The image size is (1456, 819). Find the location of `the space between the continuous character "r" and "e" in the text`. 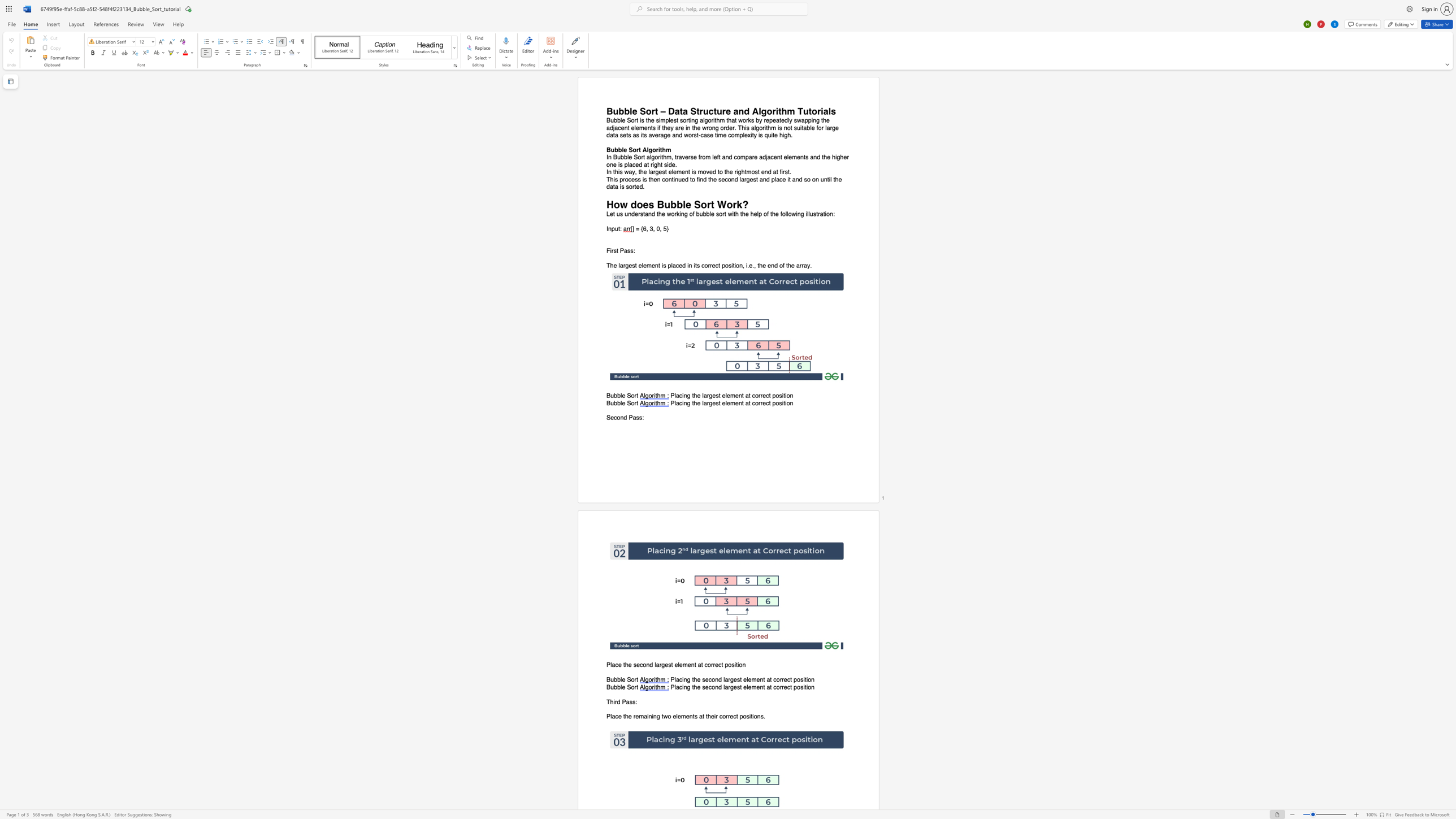

the space between the continuous character "r" and "e" in the text is located at coordinates (714, 665).